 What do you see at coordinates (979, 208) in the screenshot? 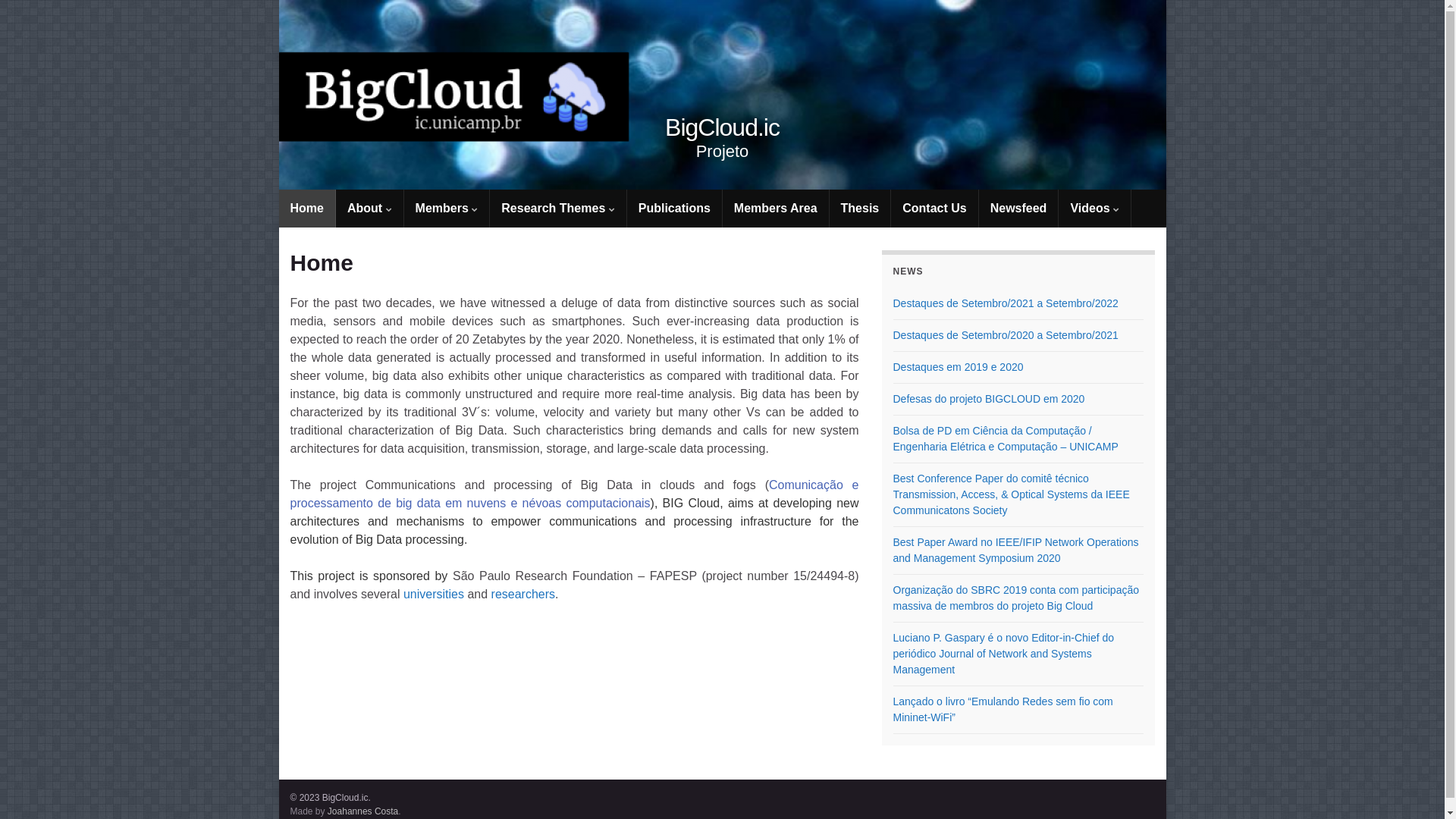
I see `'Newsfeed'` at bounding box center [979, 208].